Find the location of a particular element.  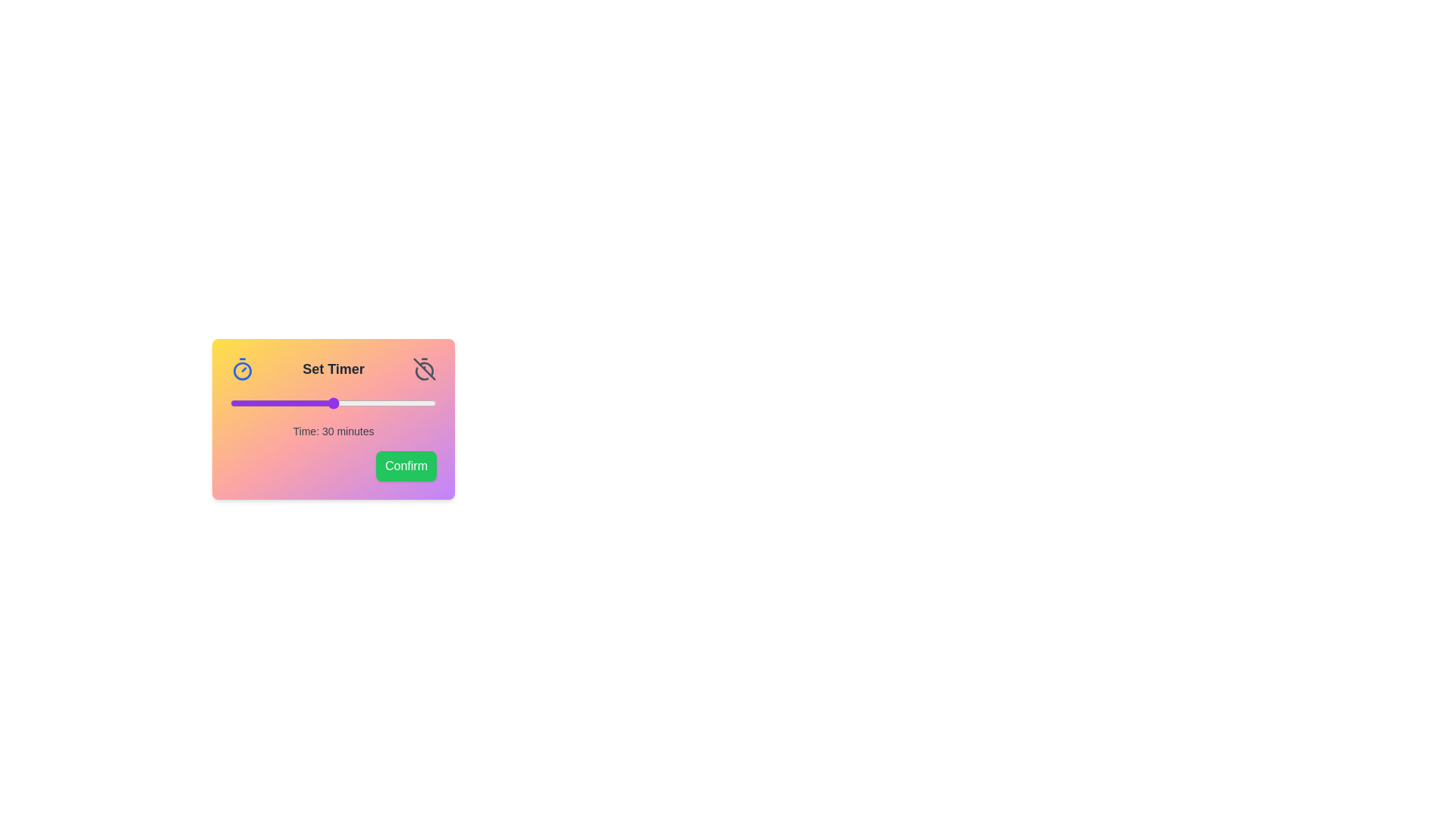

the slider to the desired time value 44 minutes is located at coordinates (381, 403).